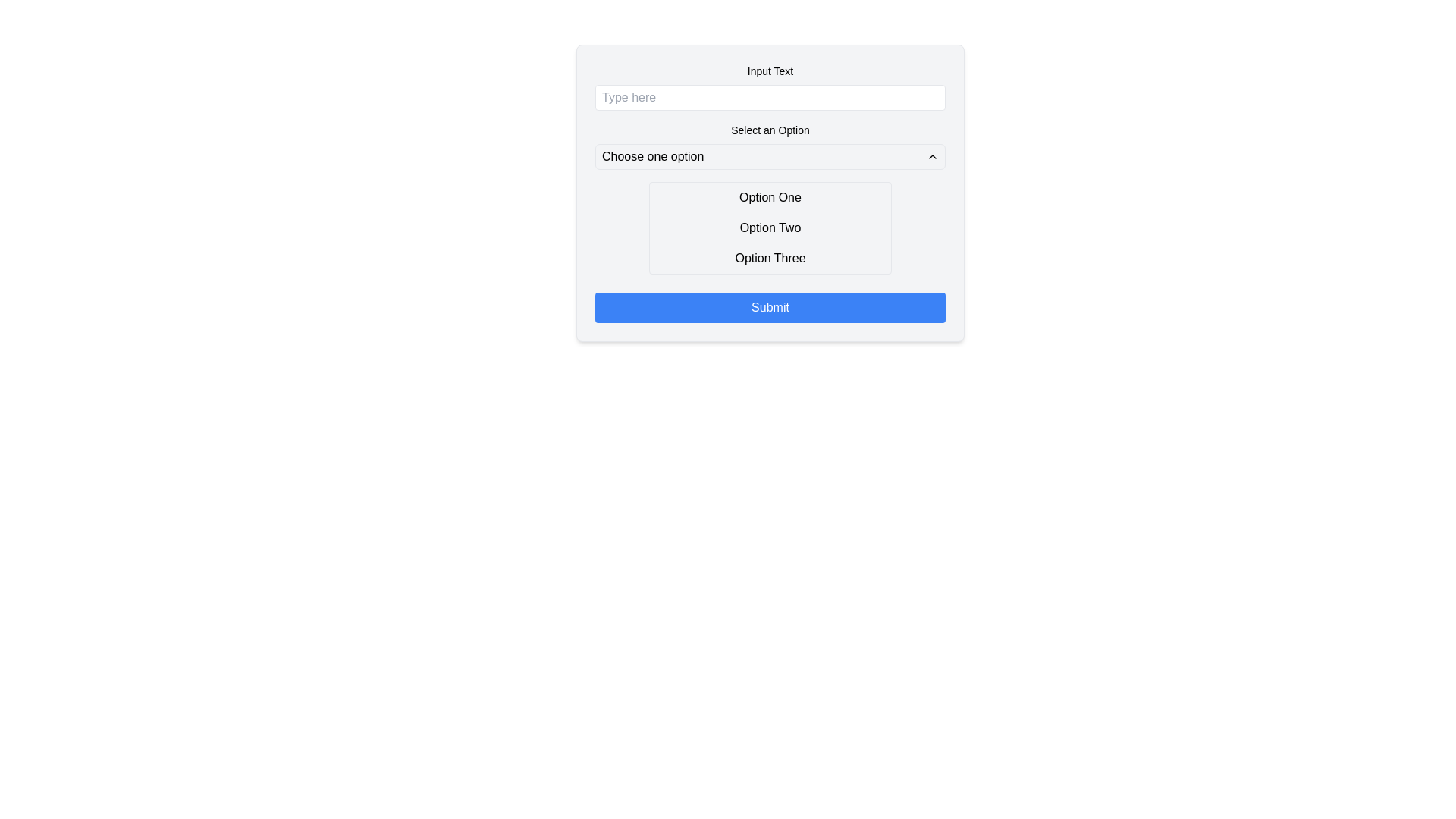  Describe the element at coordinates (653, 157) in the screenshot. I see `the static text label that serves as a placeholder for the dropdown menu, located below the 'Select an Option' label and preceding the dropdown arrow icon` at that location.